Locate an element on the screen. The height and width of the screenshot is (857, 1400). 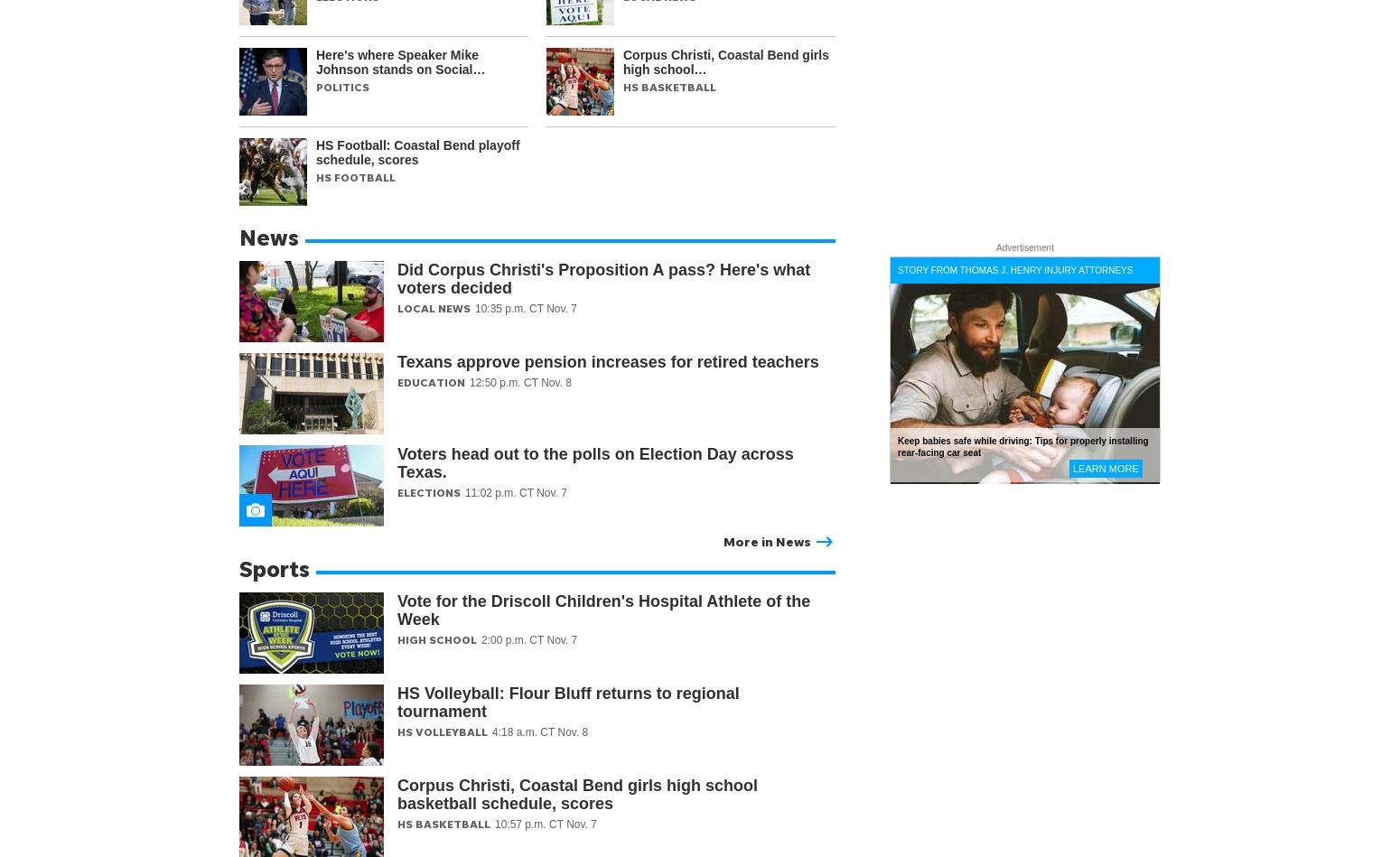
'HS Volleyball: Flour Bluff returns to regional tournament' is located at coordinates (566, 702).